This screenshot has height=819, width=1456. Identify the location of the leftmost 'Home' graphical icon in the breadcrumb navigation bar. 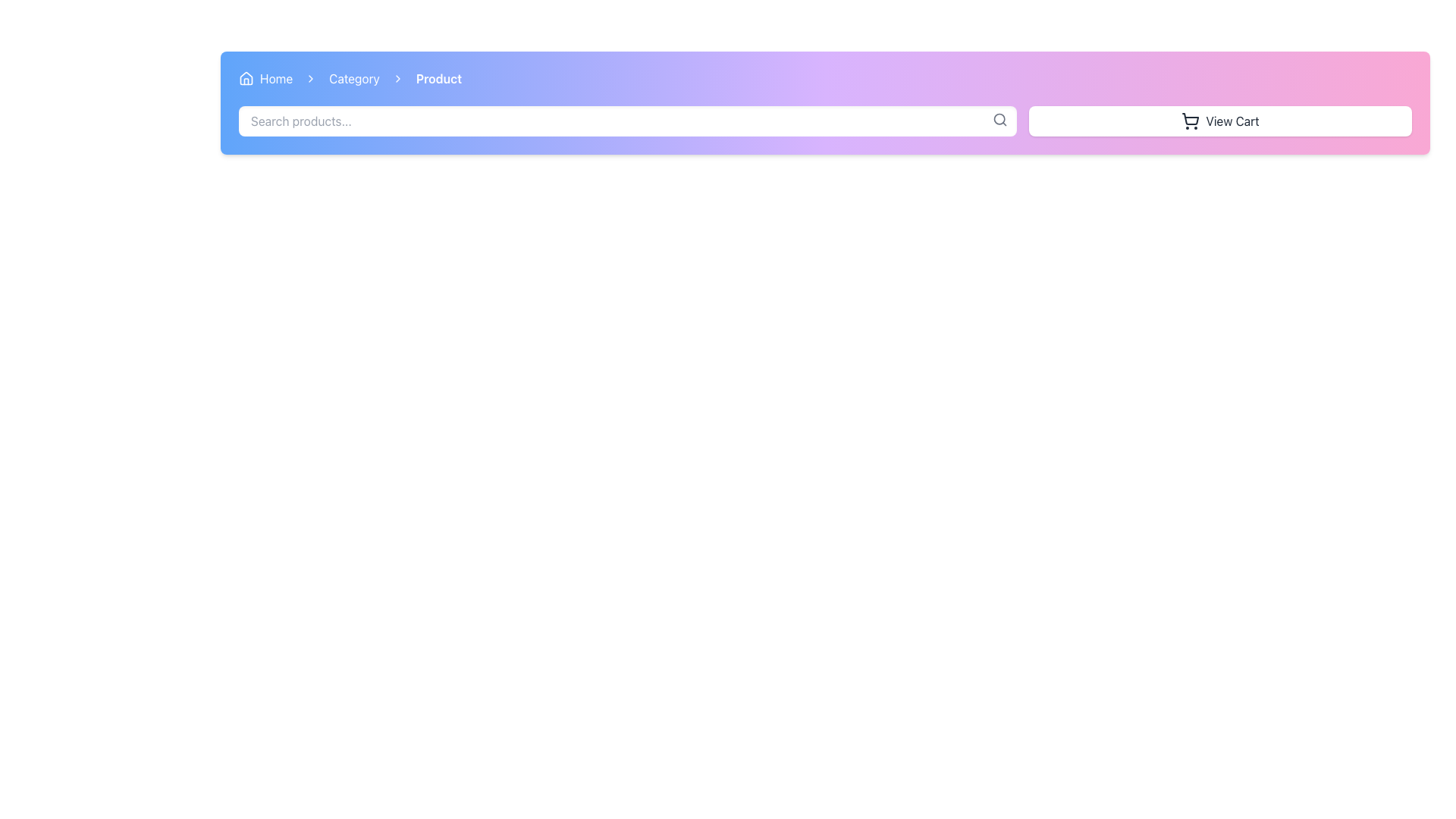
(246, 78).